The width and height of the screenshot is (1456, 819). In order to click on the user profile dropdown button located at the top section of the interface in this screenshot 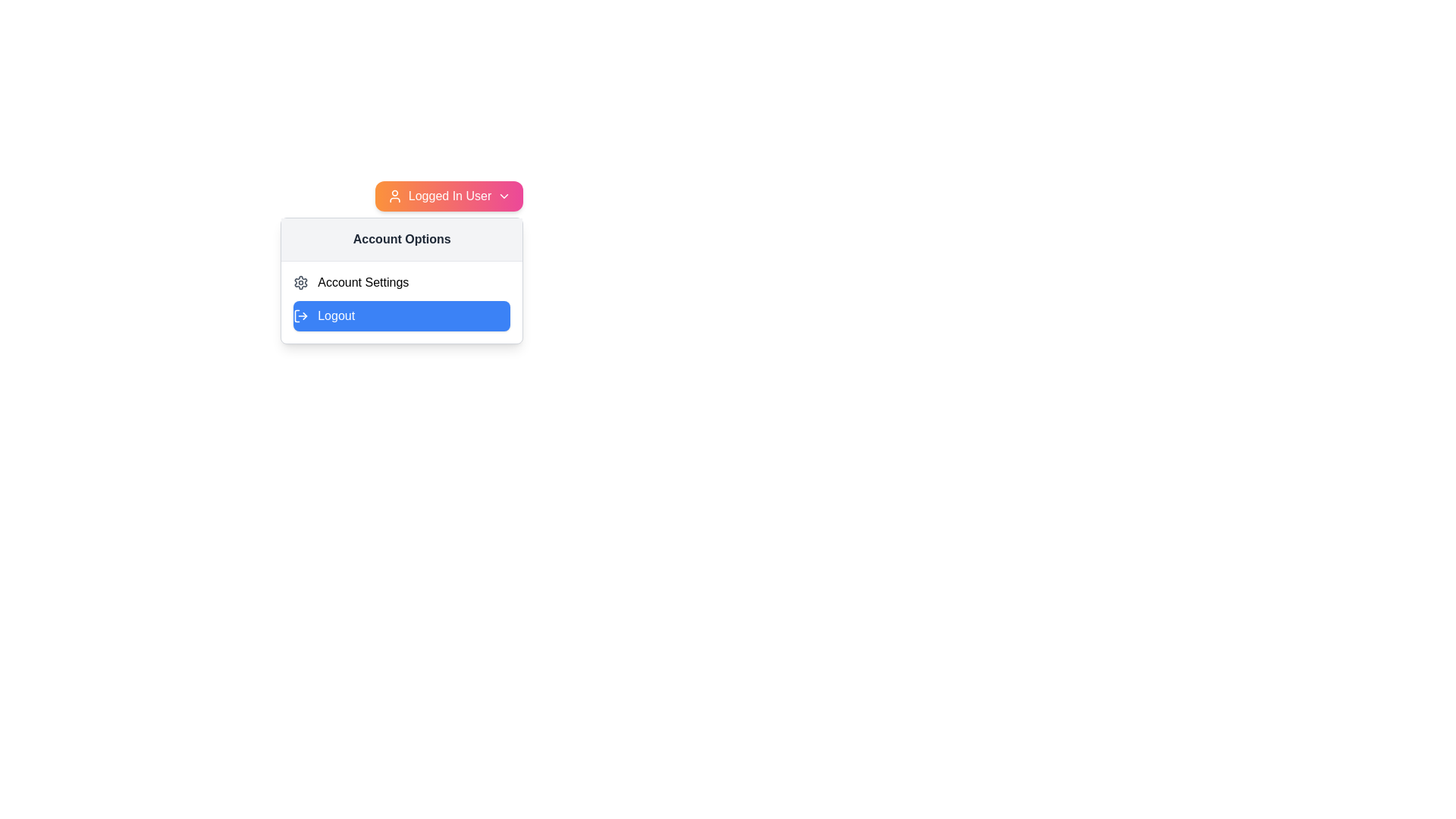, I will do `click(448, 195)`.